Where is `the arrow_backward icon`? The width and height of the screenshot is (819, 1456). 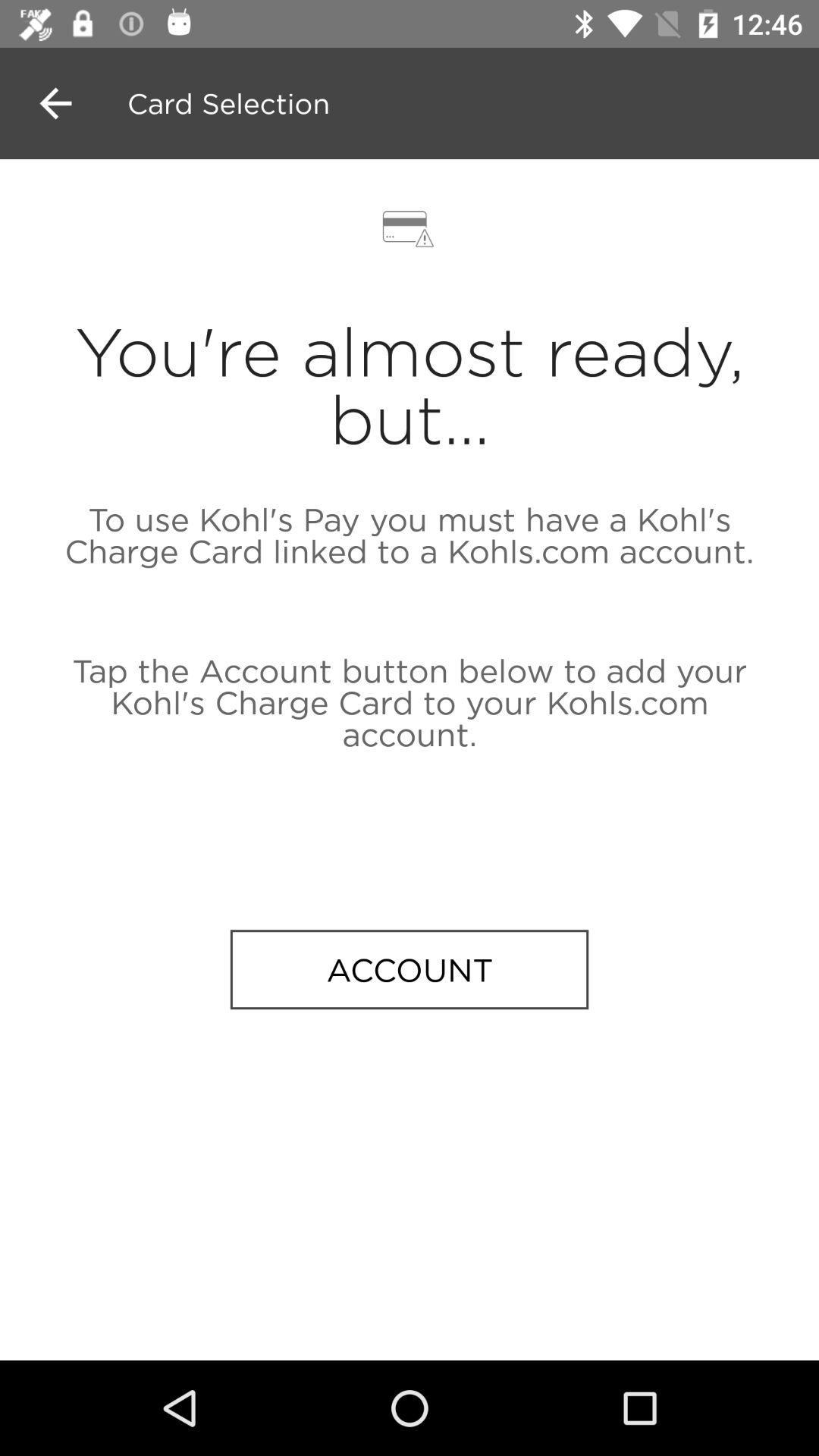 the arrow_backward icon is located at coordinates (55, 102).